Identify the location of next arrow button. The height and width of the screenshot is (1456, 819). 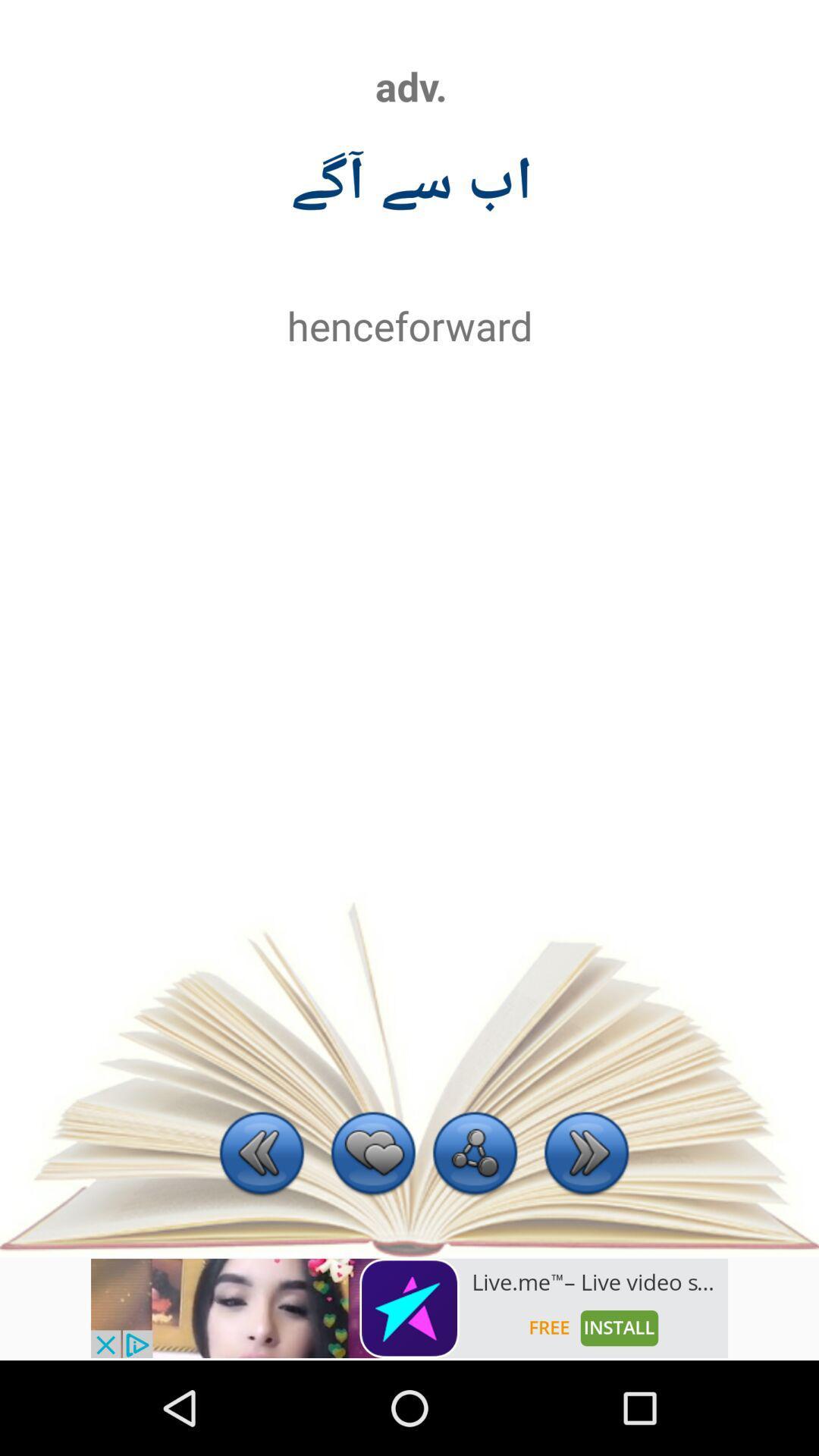
(585, 1154).